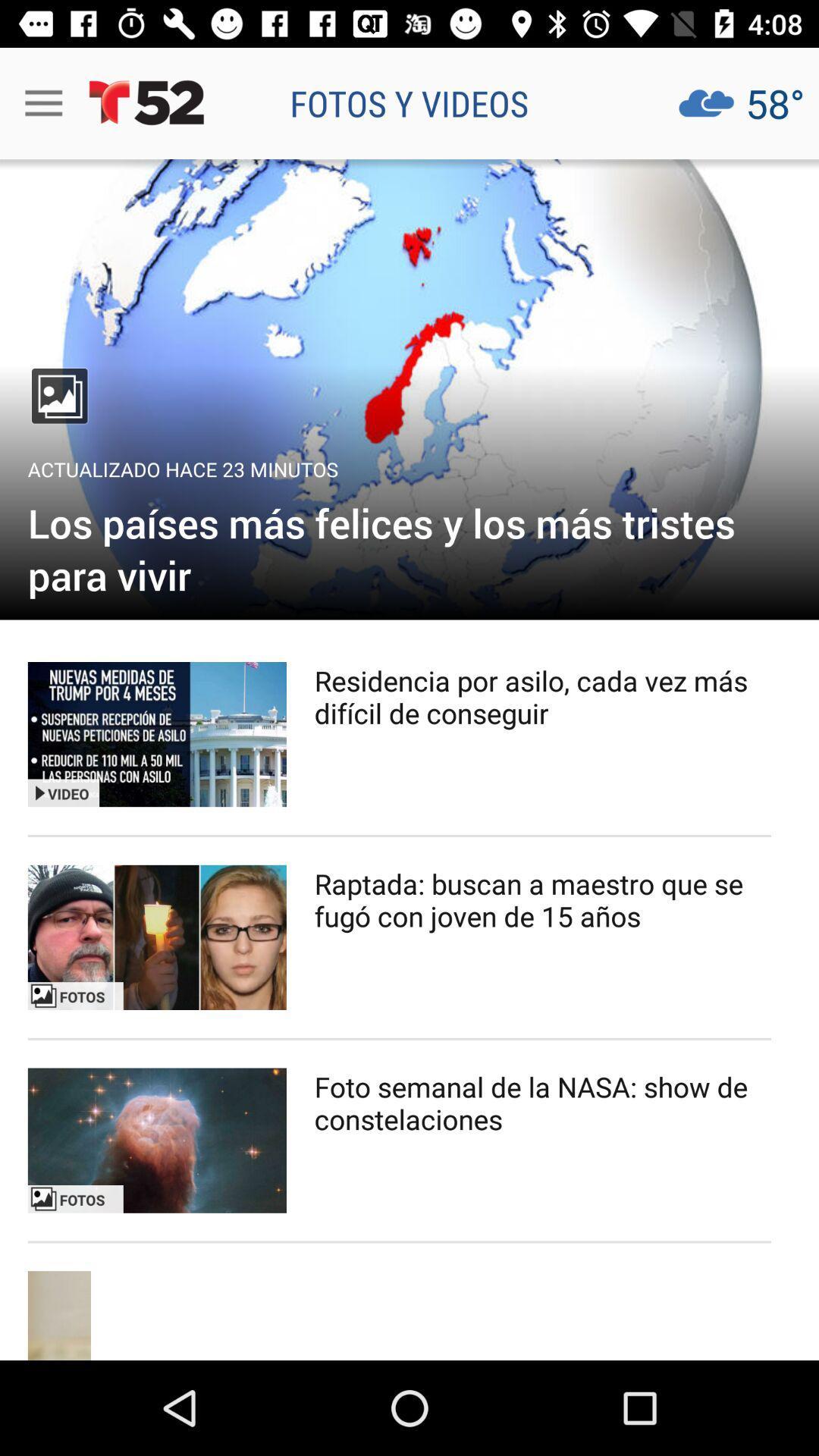  I want to click on news article, so click(157, 937).